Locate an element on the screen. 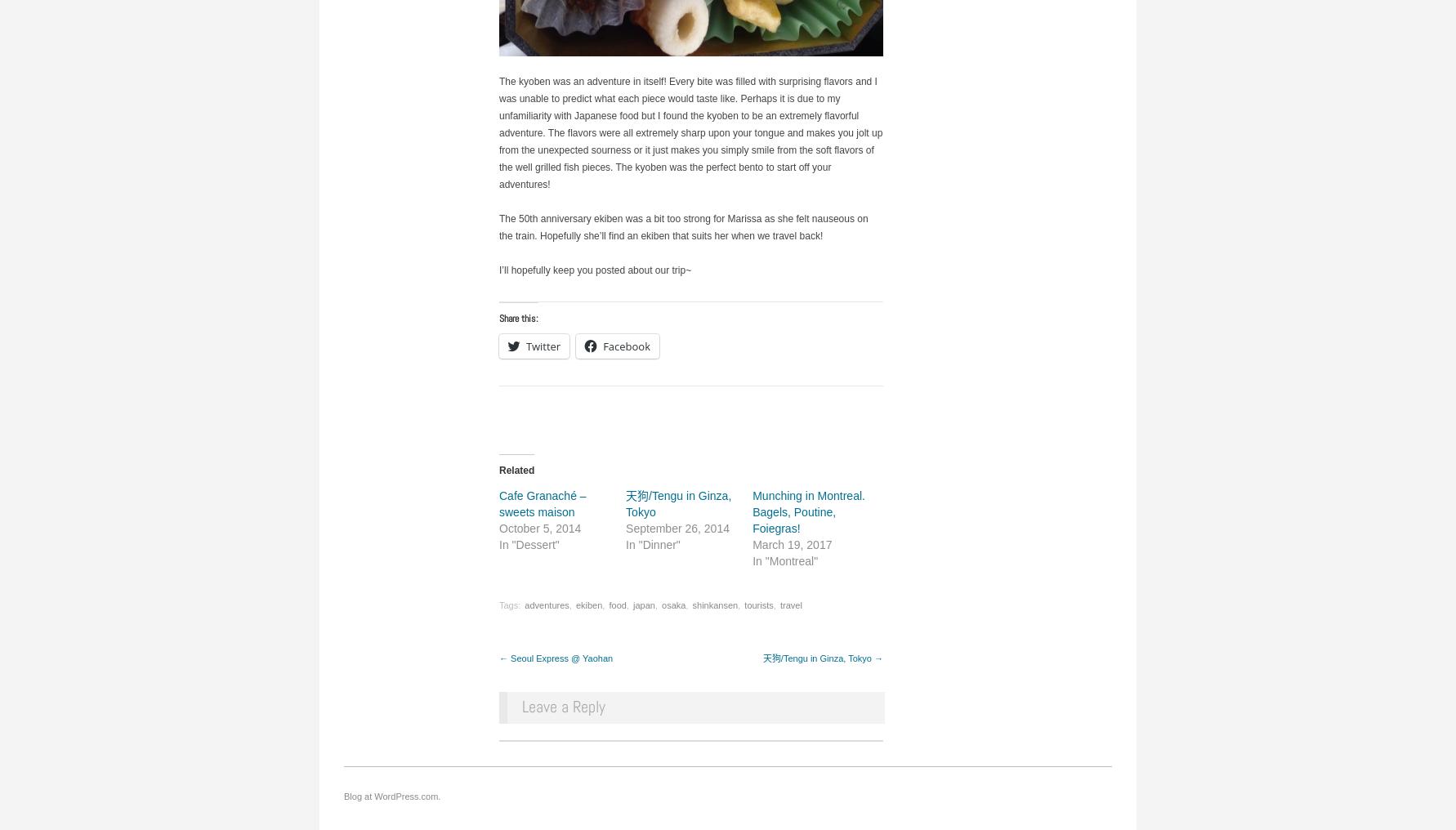  'Tags:' is located at coordinates (499, 604).